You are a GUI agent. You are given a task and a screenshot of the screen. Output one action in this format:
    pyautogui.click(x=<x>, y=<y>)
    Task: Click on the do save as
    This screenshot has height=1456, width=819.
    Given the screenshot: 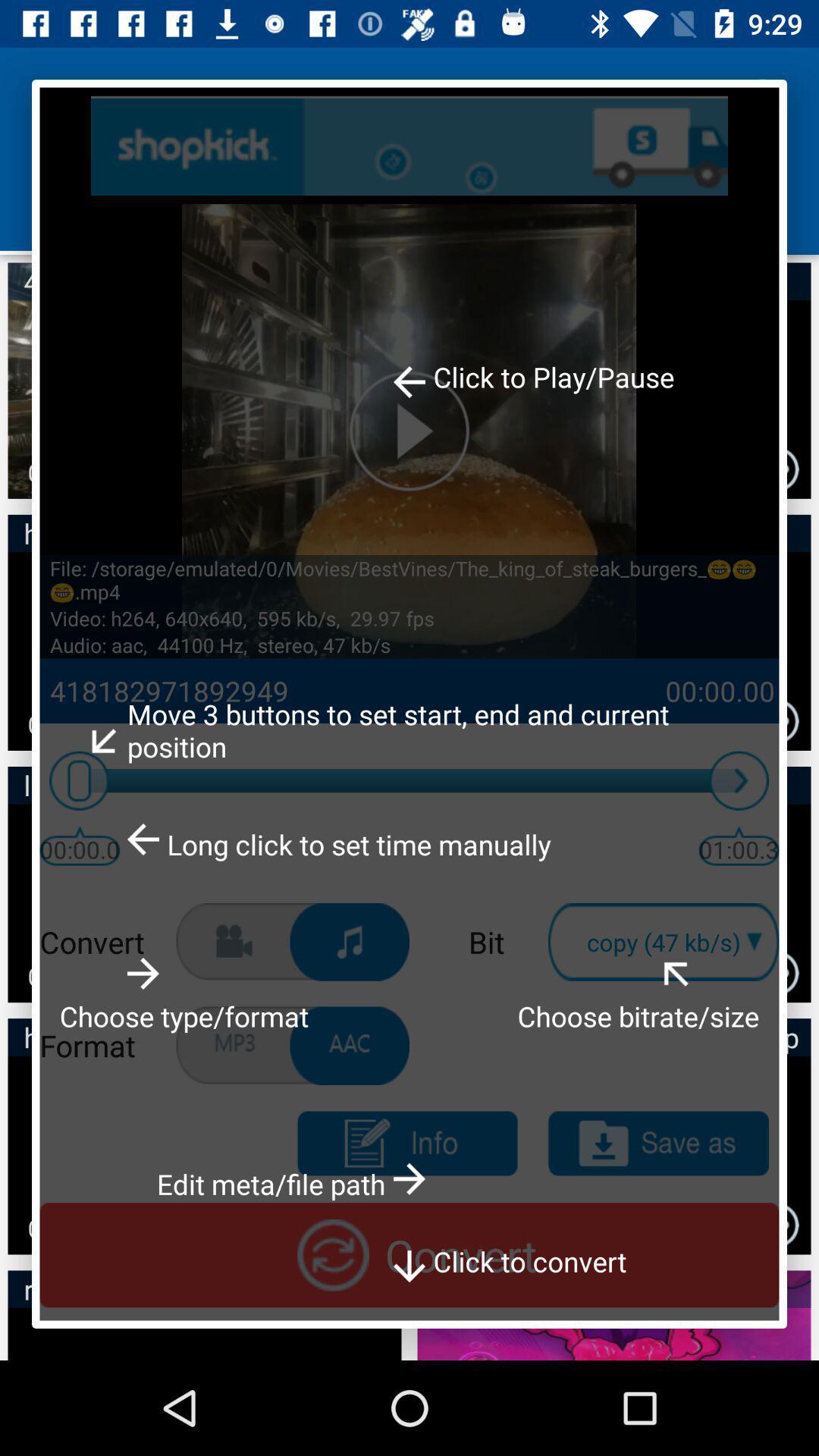 What is the action you would take?
    pyautogui.click(x=657, y=1144)
    